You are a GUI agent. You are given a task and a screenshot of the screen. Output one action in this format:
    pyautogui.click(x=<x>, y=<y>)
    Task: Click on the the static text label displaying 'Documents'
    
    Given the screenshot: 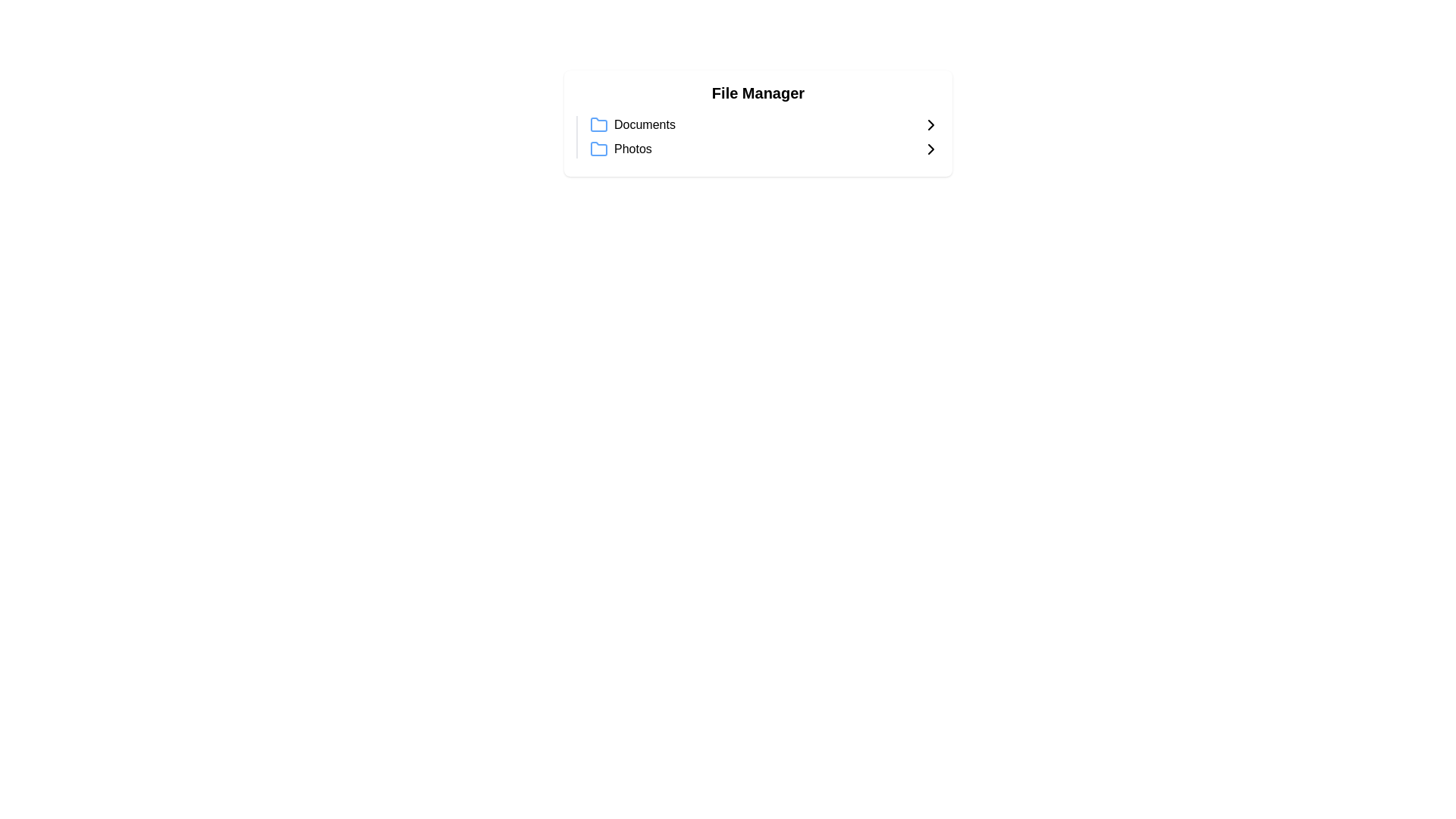 What is the action you would take?
    pyautogui.click(x=645, y=124)
    